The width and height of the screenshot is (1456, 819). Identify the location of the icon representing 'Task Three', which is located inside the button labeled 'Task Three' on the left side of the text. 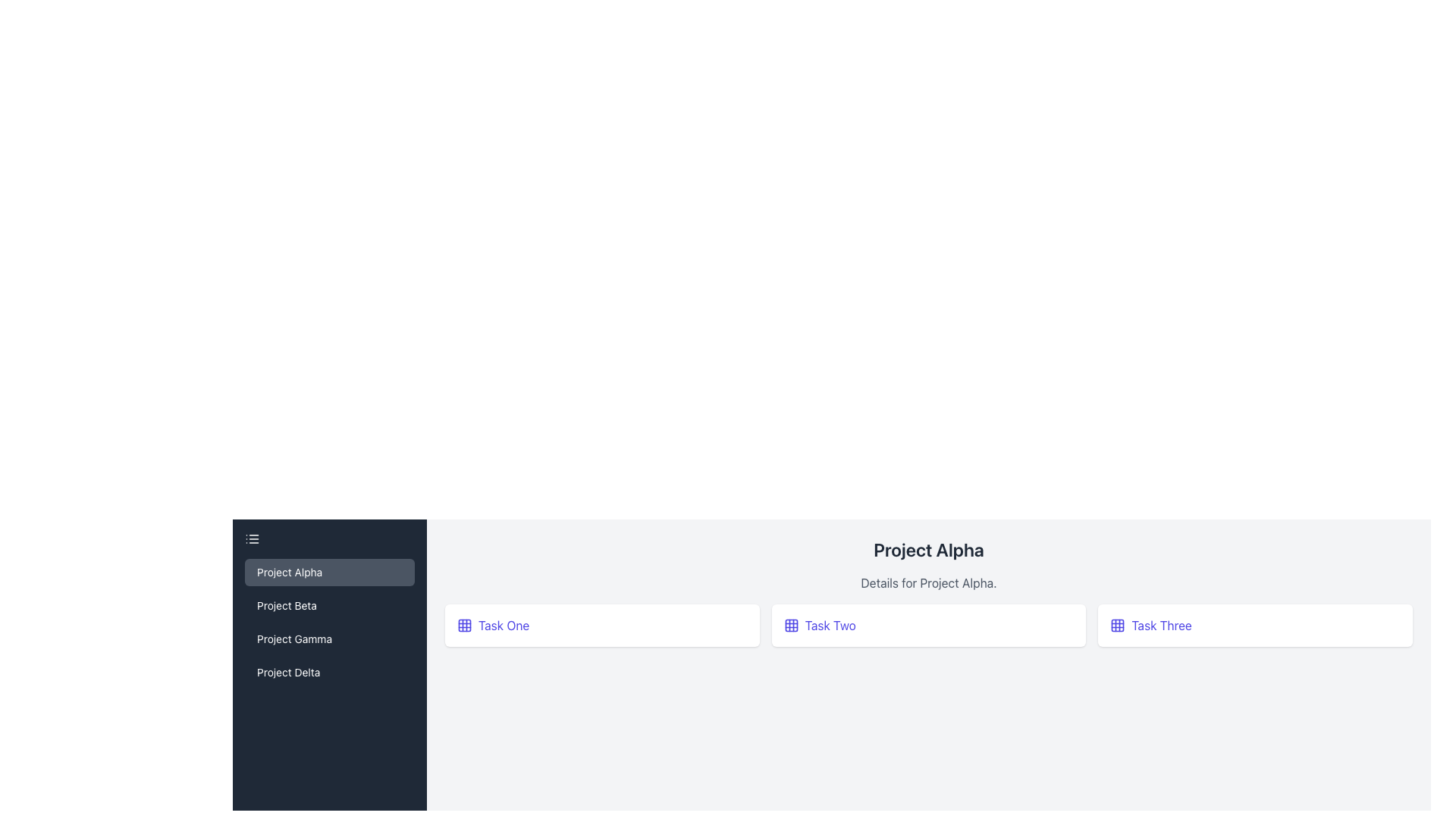
(1117, 626).